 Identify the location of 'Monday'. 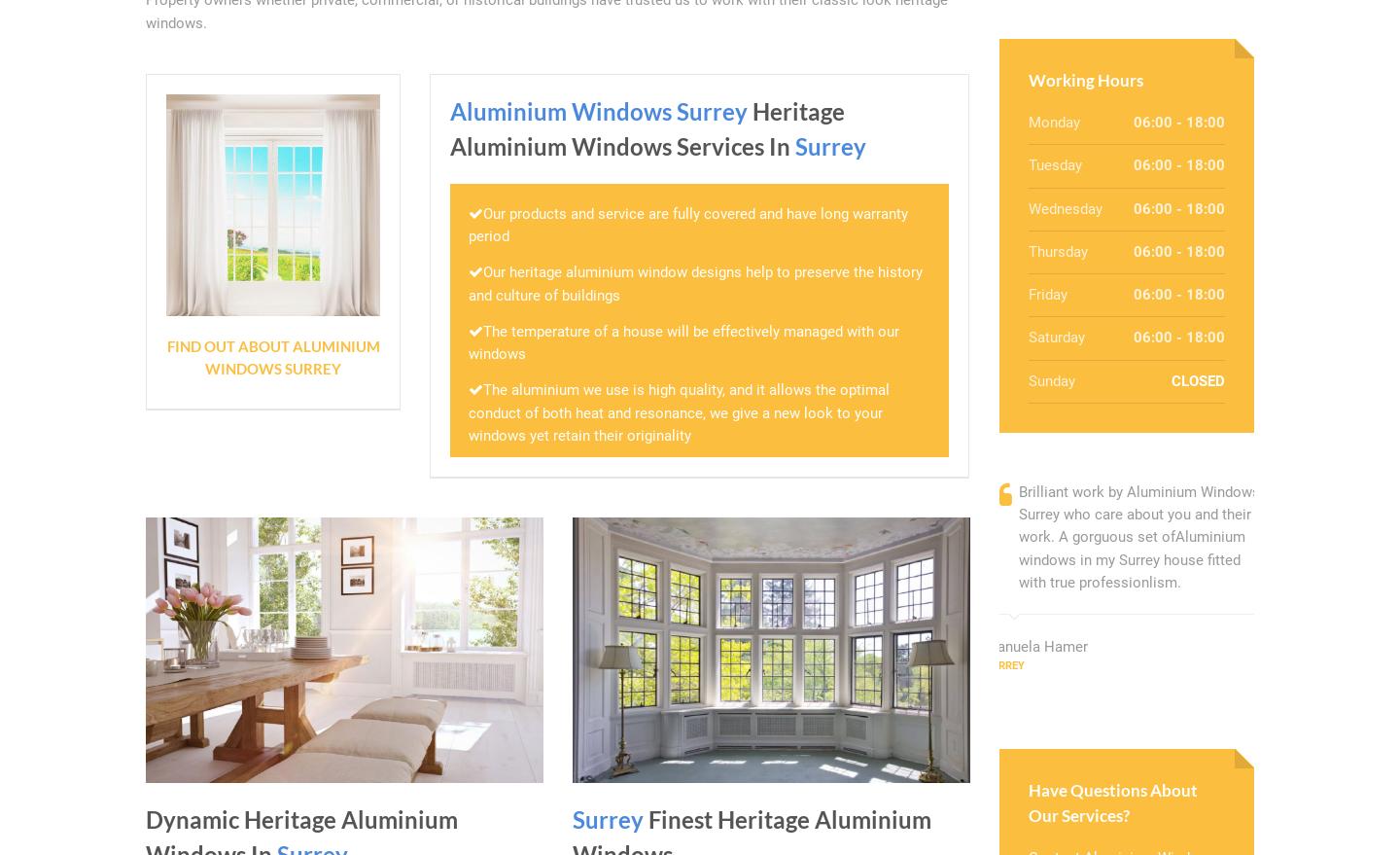
(1052, 122).